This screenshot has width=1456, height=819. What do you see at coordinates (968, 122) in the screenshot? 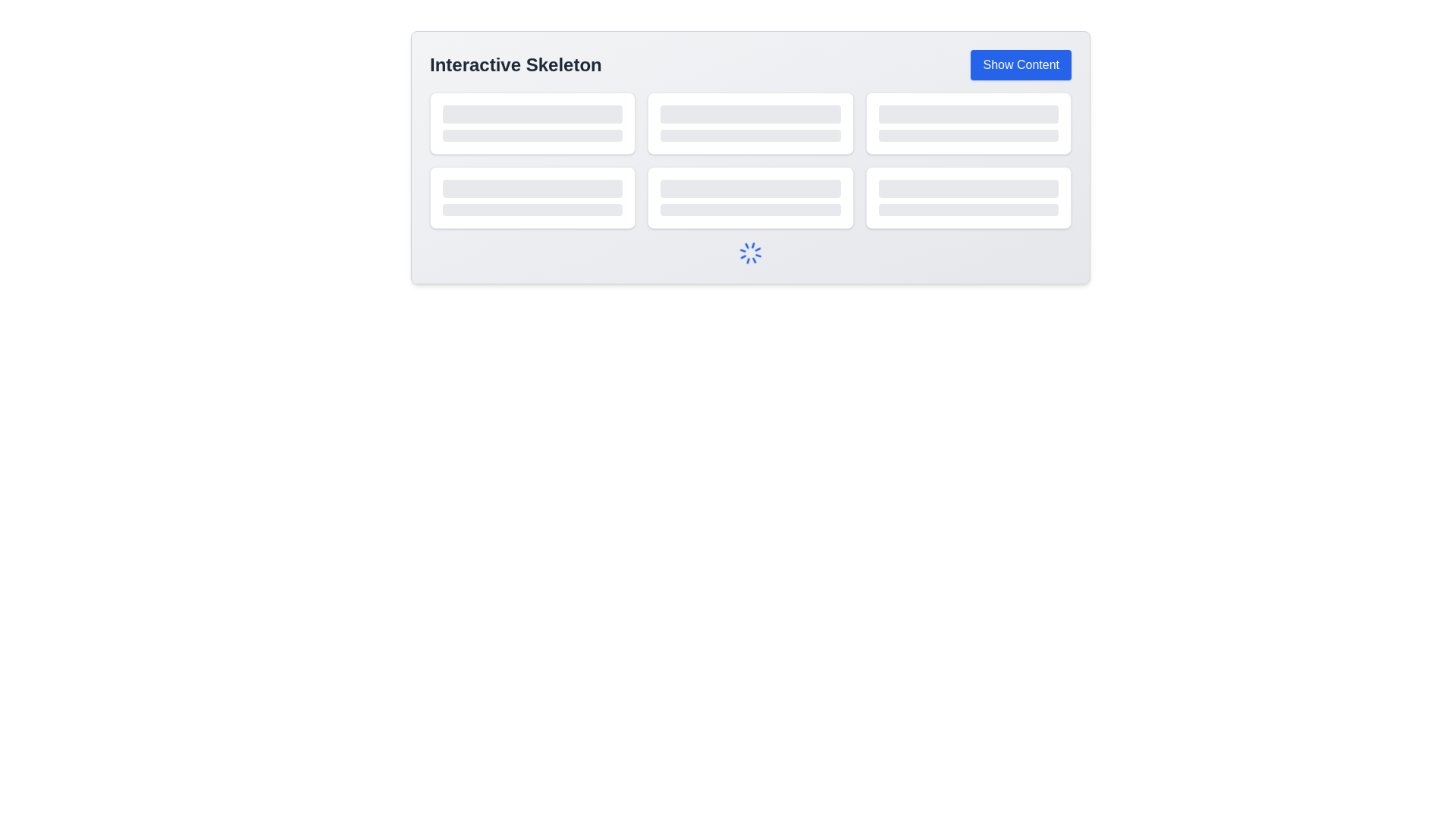
I see `the placeholder card located in the first row and third column of the grid layout, which serves as a visual skeleton for content that is currently loading or unavailable` at bounding box center [968, 122].